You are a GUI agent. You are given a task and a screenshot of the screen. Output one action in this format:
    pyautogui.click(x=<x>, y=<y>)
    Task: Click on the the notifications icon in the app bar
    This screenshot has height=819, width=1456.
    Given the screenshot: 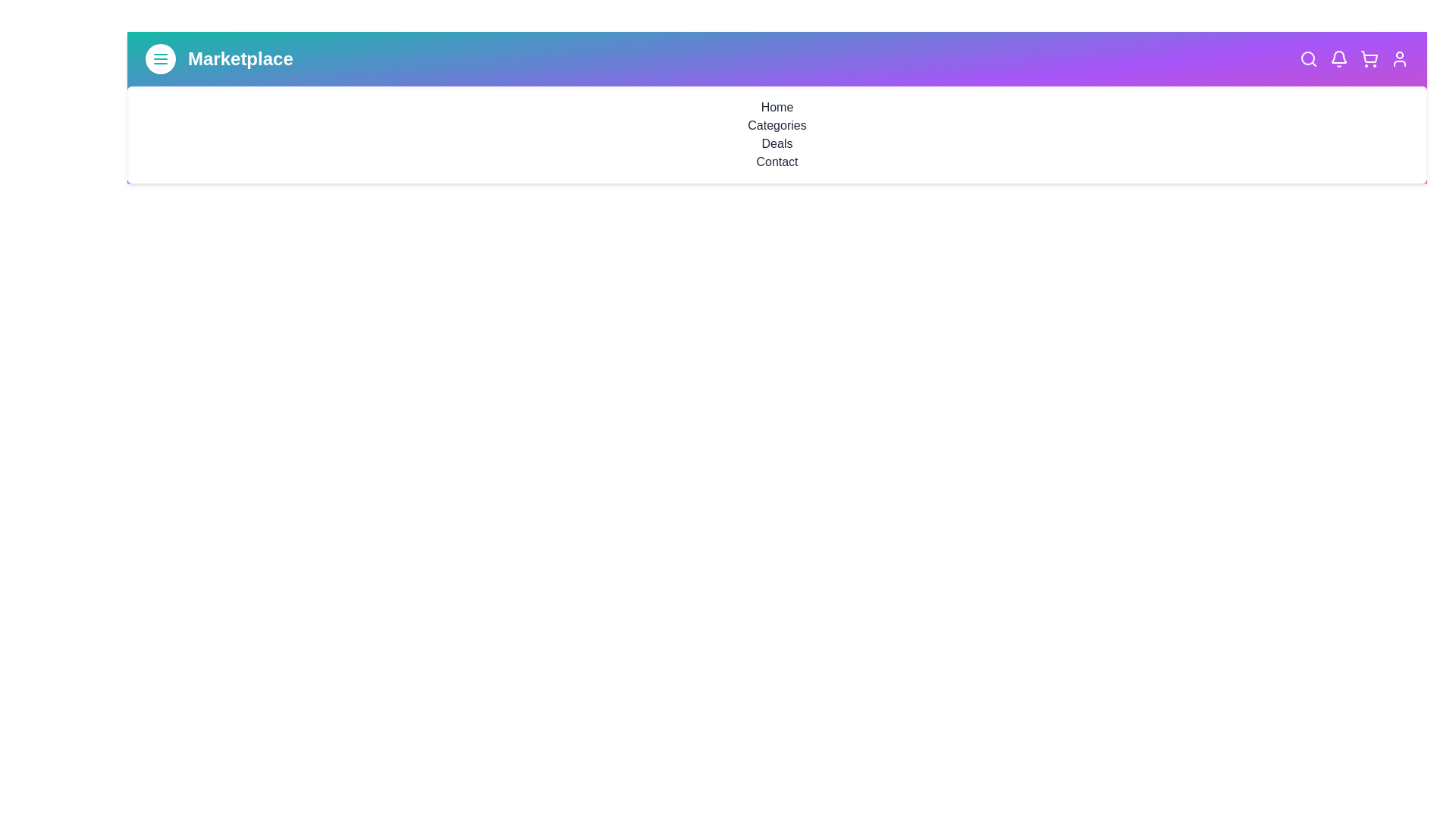 What is the action you would take?
    pyautogui.click(x=1339, y=58)
    